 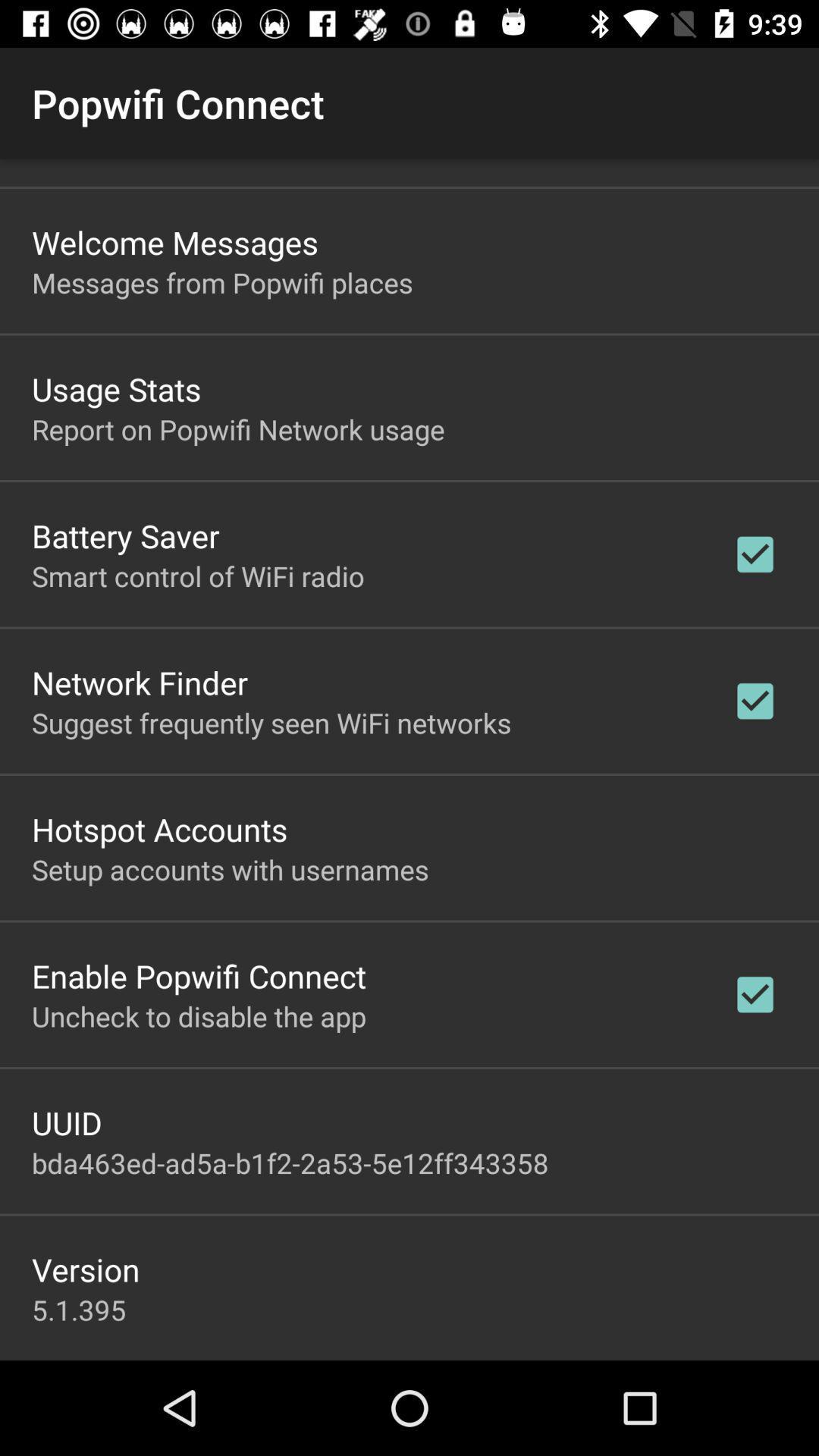 What do you see at coordinates (197, 575) in the screenshot?
I see `the item below battery saver` at bounding box center [197, 575].